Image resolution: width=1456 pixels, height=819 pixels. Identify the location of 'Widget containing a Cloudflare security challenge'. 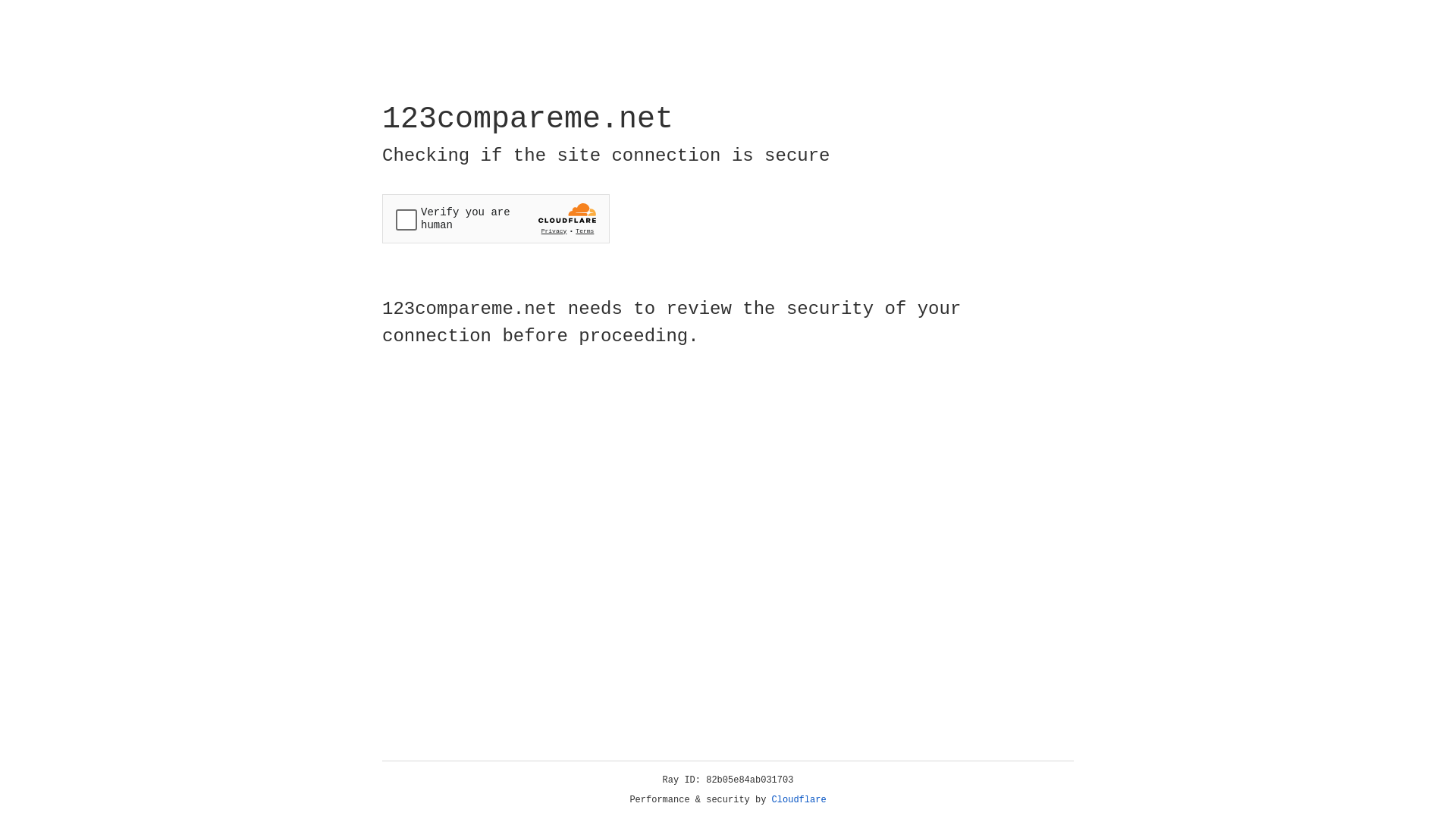
(495, 218).